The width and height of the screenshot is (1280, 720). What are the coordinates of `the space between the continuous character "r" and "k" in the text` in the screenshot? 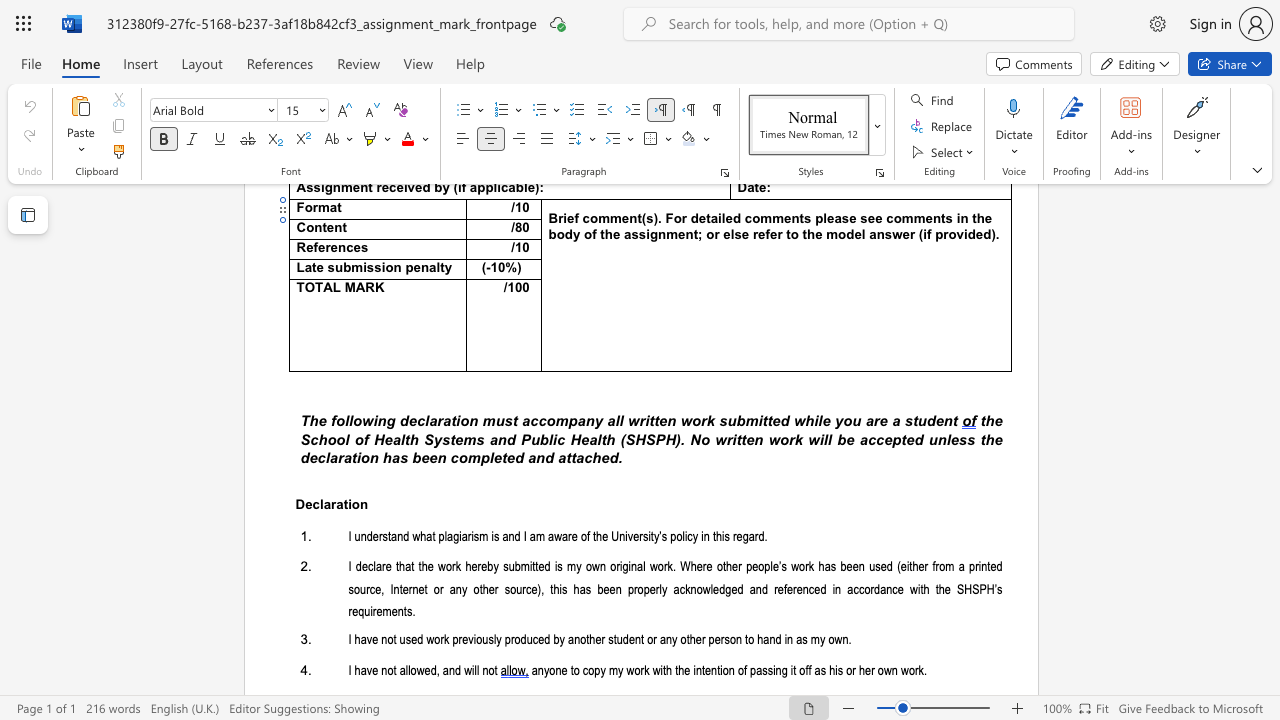 It's located at (455, 567).